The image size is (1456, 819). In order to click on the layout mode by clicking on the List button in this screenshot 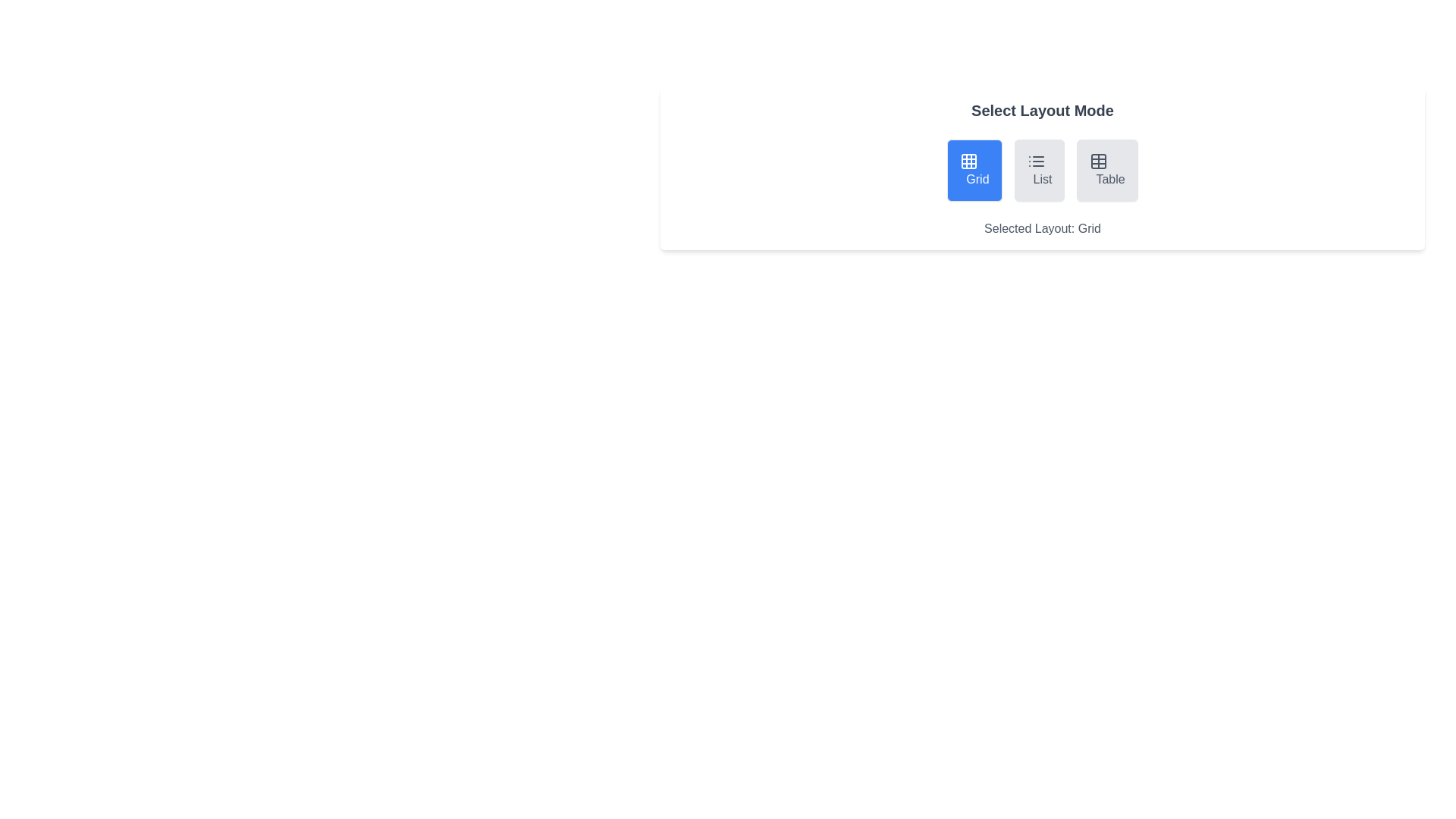, I will do `click(1037, 170)`.